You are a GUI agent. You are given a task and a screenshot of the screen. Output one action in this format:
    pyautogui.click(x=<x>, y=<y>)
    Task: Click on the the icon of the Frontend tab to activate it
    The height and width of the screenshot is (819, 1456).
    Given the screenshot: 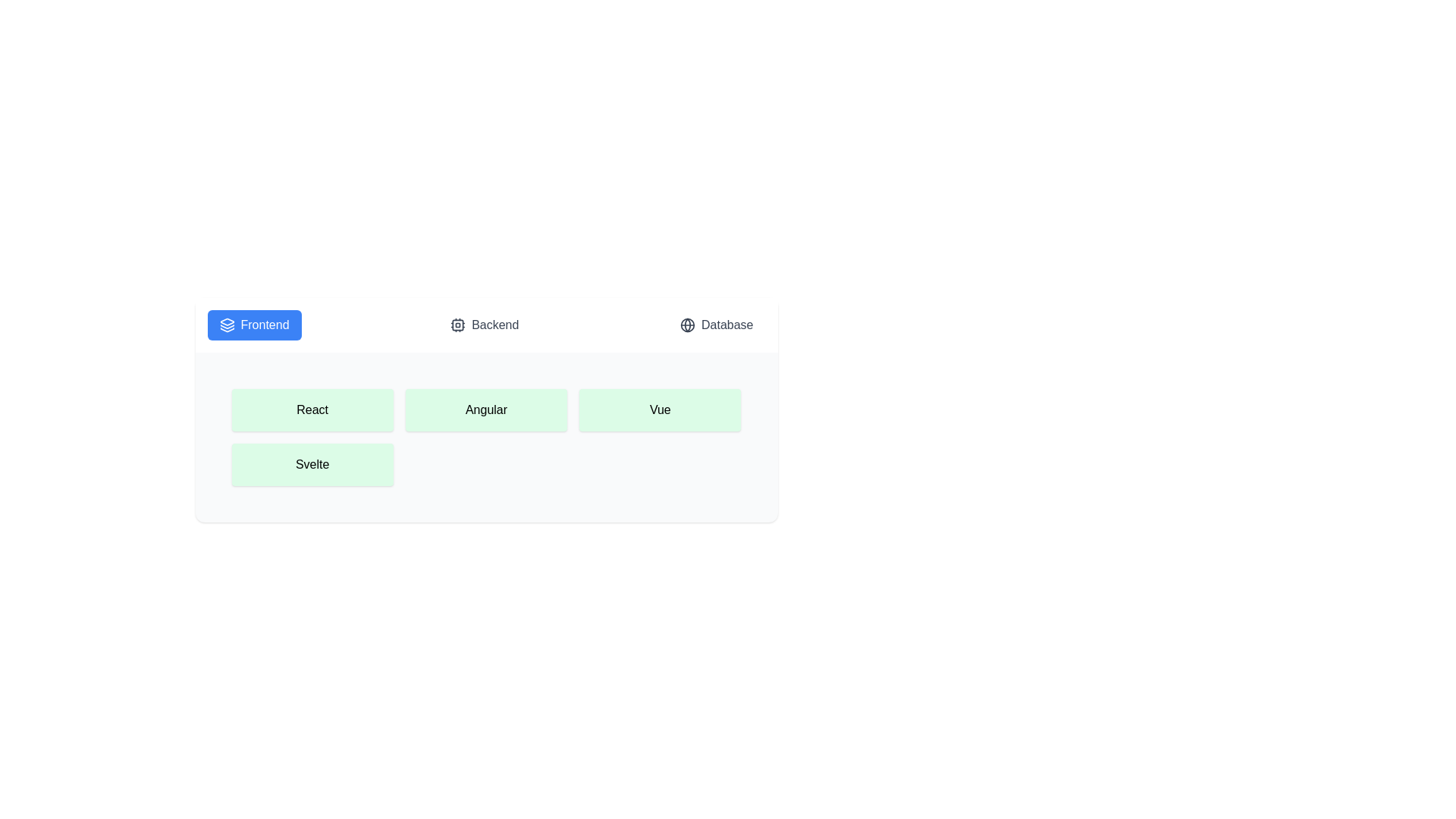 What is the action you would take?
    pyautogui.click(x=226, y=324)
    